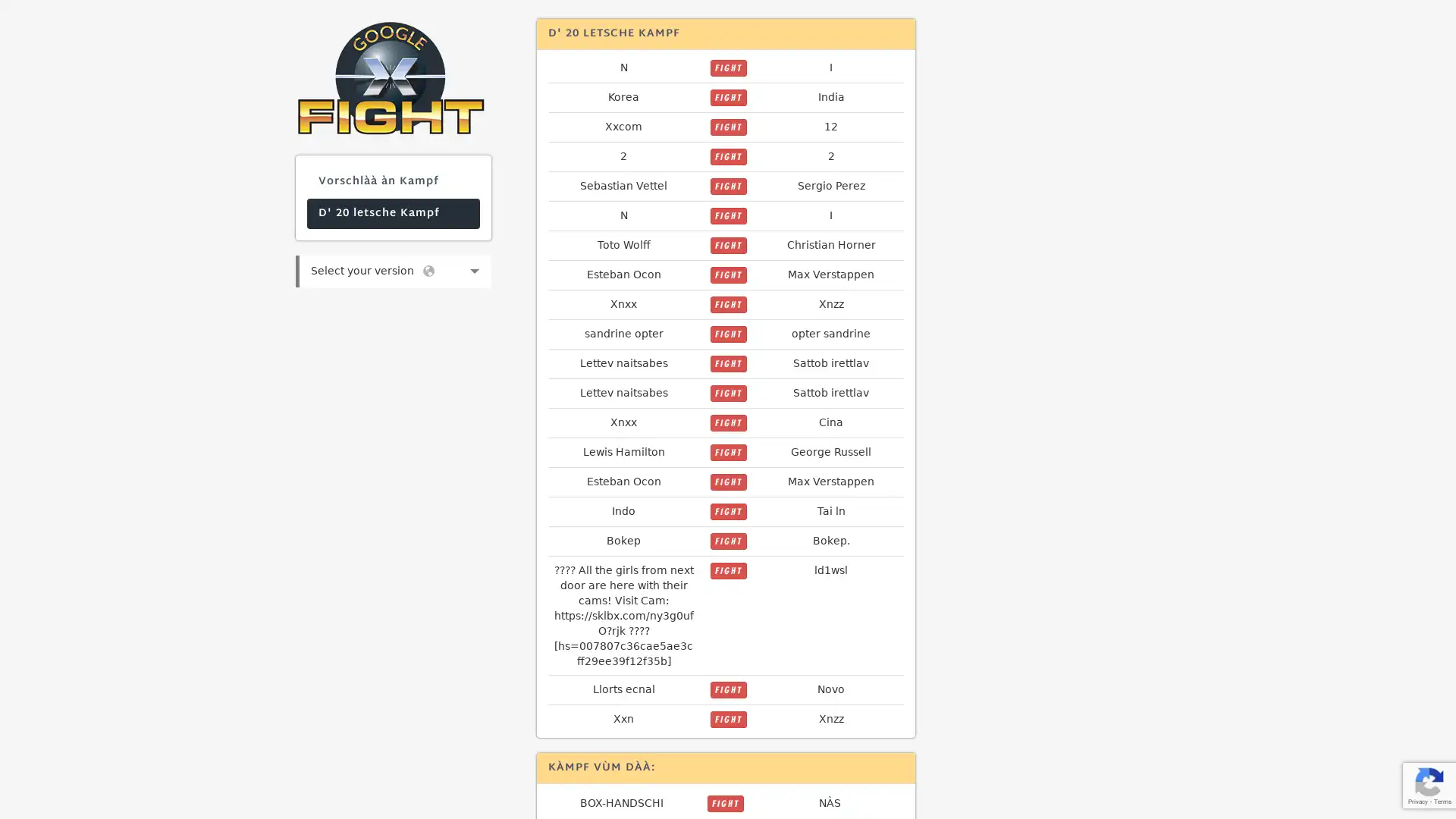 Image resolution: width=1456 pixels, height=819 pixels. I want to click on FIGHT, so click(724, 803).